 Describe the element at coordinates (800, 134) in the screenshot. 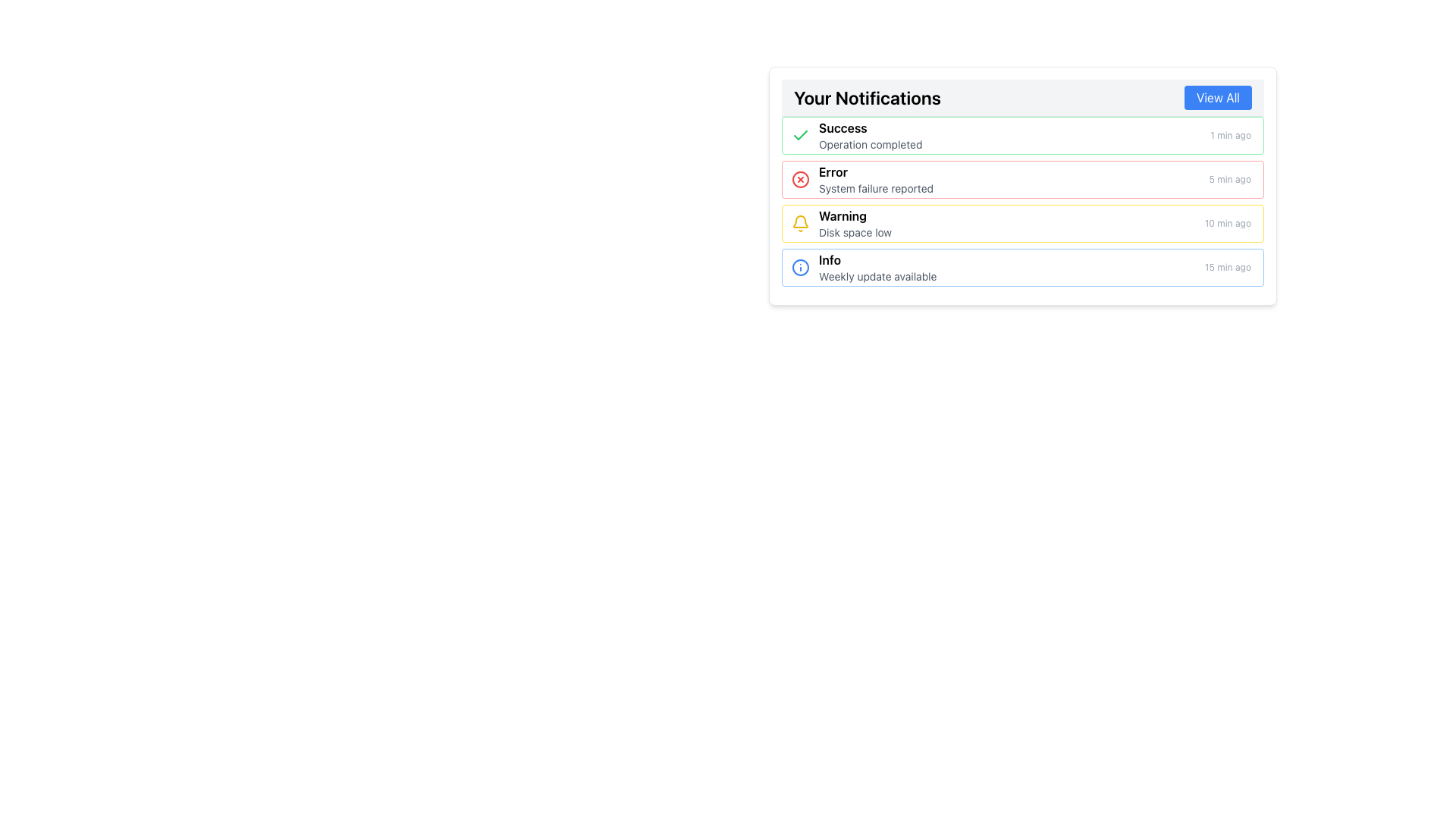

I see `the success notification icon, which is the first icon in the notification list preceding the text 'Success: Operation completed'` at that location.